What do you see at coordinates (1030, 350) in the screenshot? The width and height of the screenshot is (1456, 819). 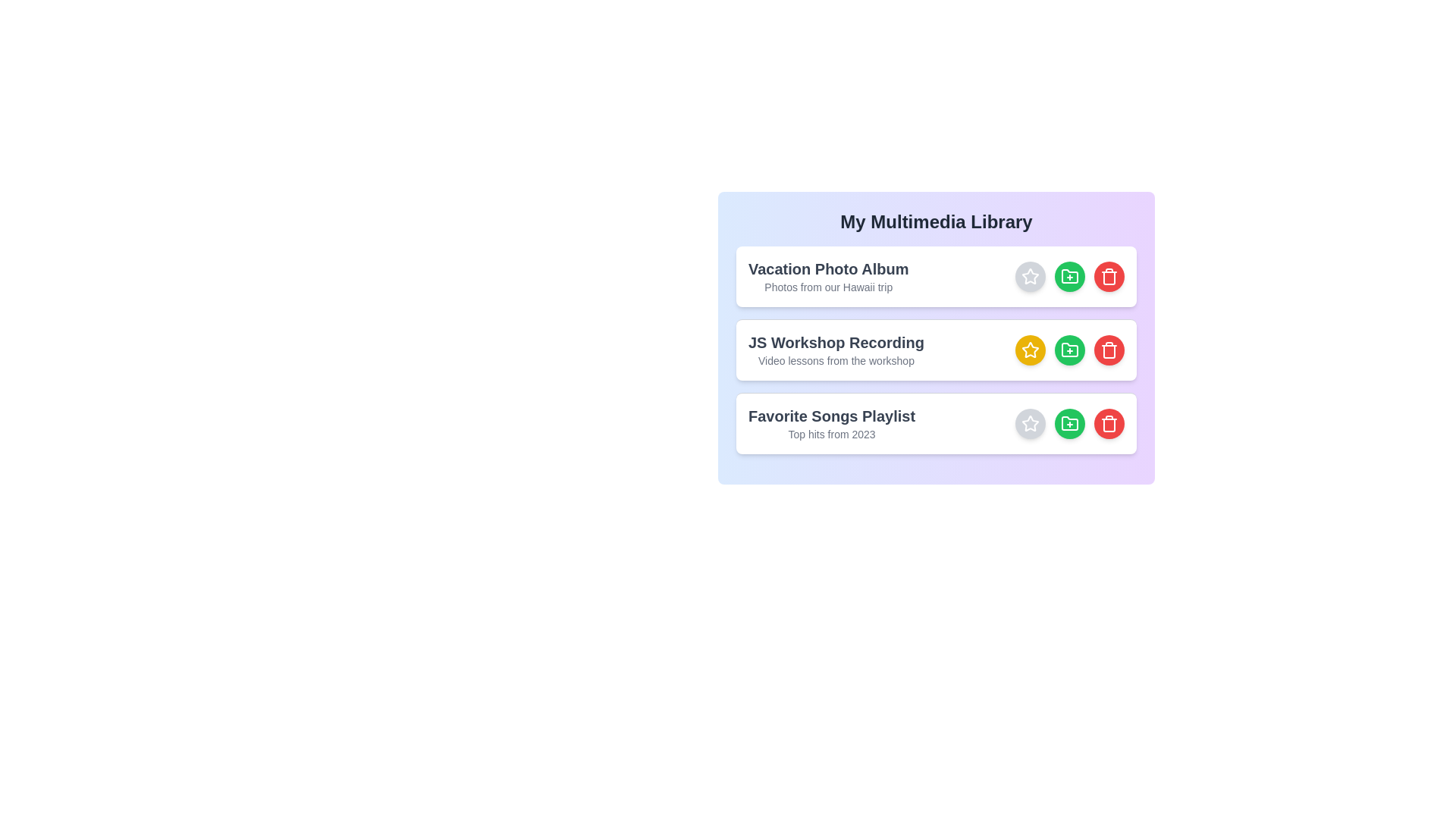 I see `the star icon located to the right of the text 'JS Workshop Recording' in the second list item to mark it as favorite` at bounding box center [1030, 350].